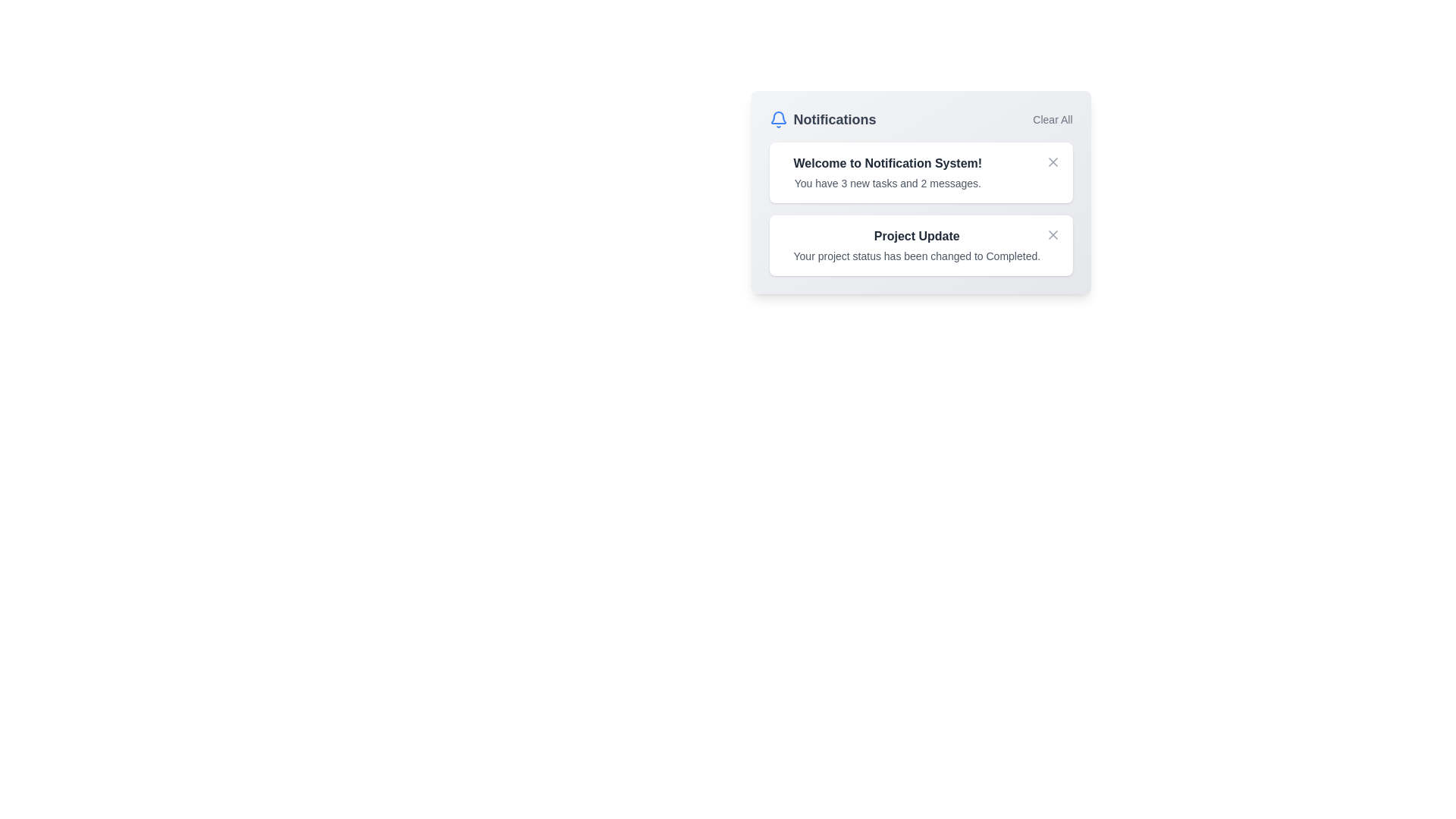 Image resolution: width=1456 pixels, height=819 pixels. What do you see at coordinates (1052, 234) in the screenshot?
I see `the 'X' button in the top-right section of the 'Welcome to Notification System!' notification to trigger the tooltip or effect` at bounding box center [1052, 234].